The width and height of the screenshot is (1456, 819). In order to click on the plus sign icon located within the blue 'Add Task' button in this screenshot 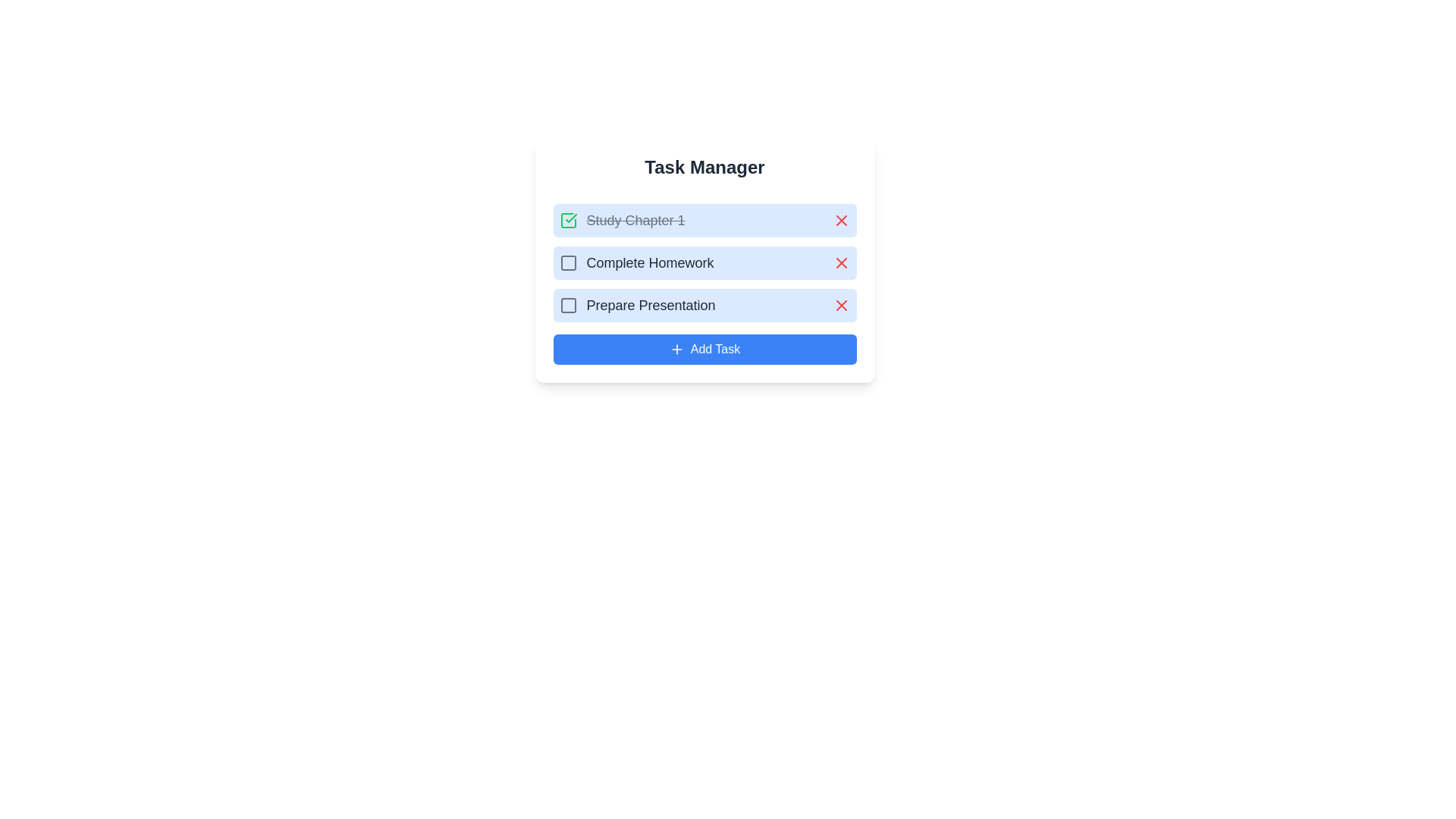, I will do `click(676, 350)`.